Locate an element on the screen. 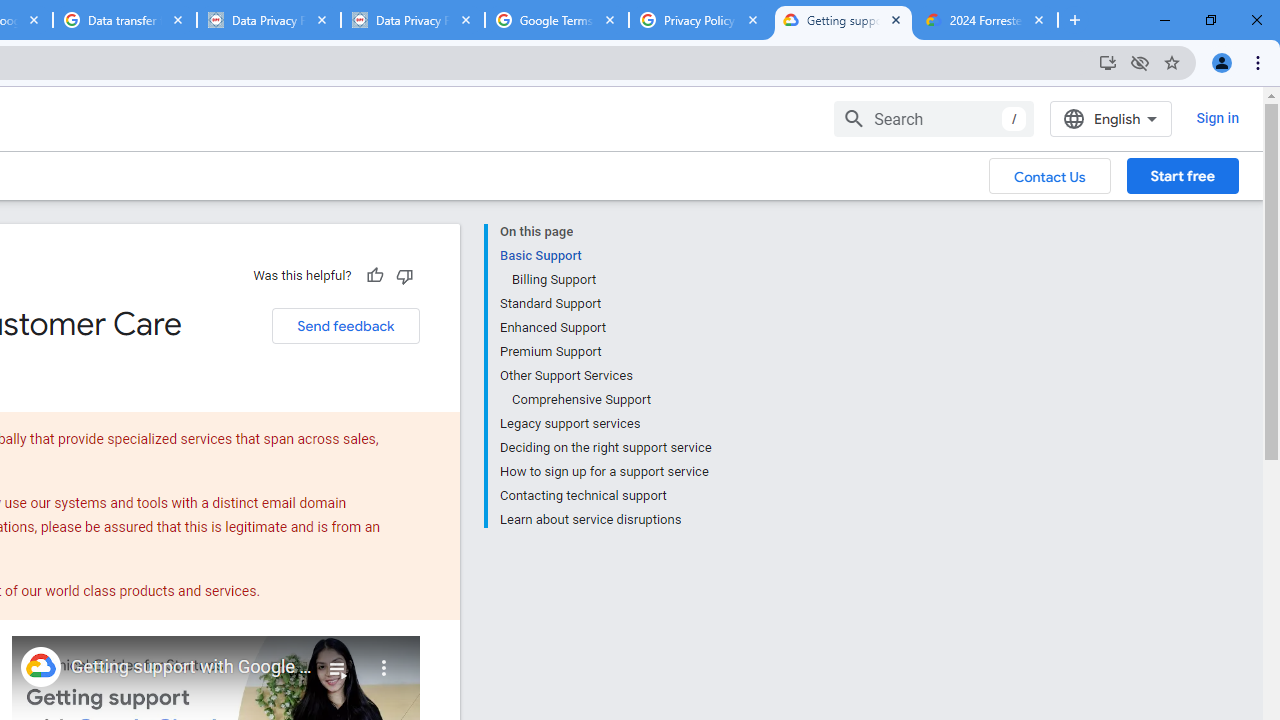 The width and height of the screenshot is (1280, 720). 'How to sign up for a support service' is located at coordinates (604, 471).